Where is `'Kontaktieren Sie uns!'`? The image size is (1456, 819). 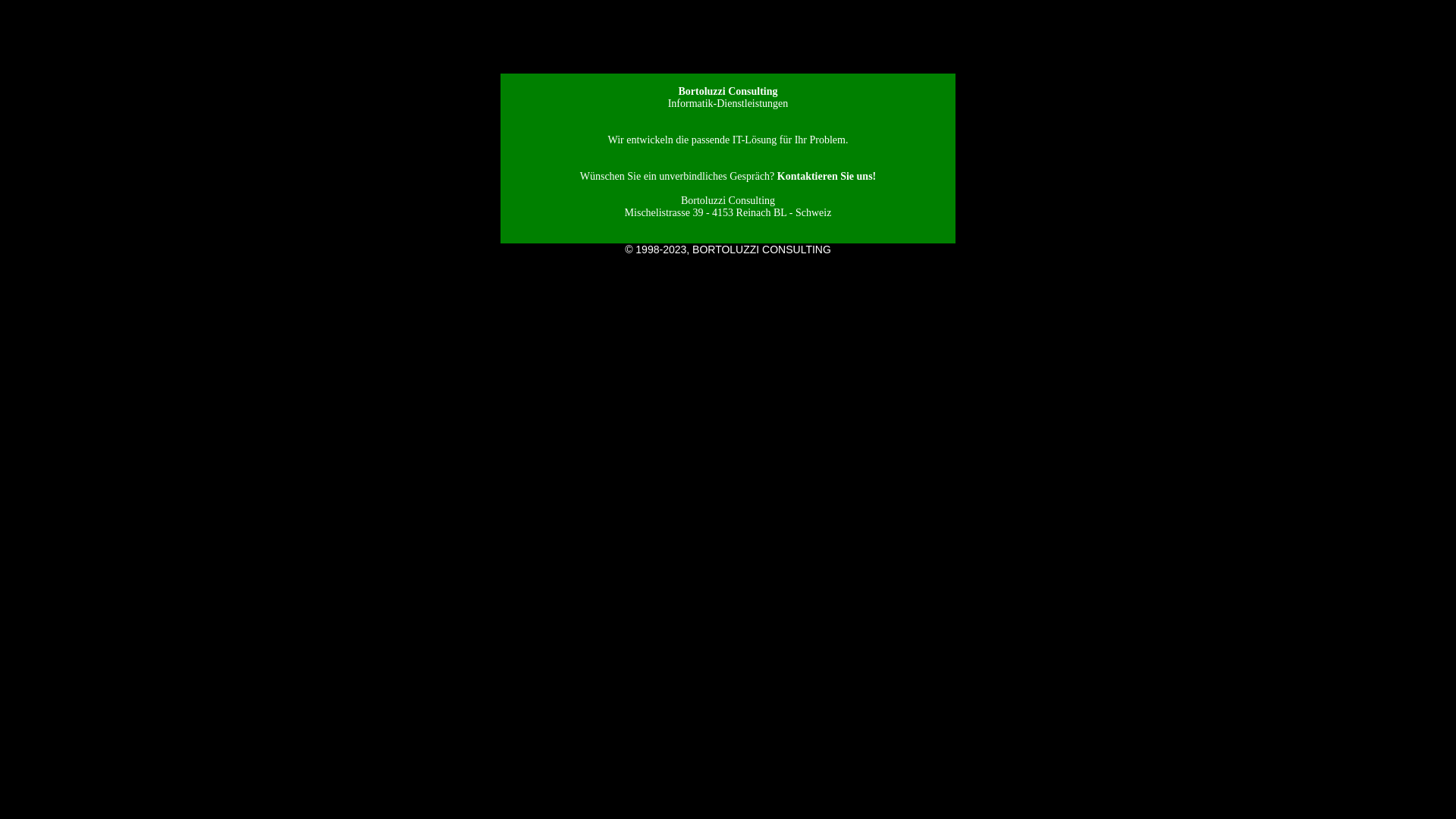 'Kontaktieren Sie uns!' is located at coordinates (825, 175).